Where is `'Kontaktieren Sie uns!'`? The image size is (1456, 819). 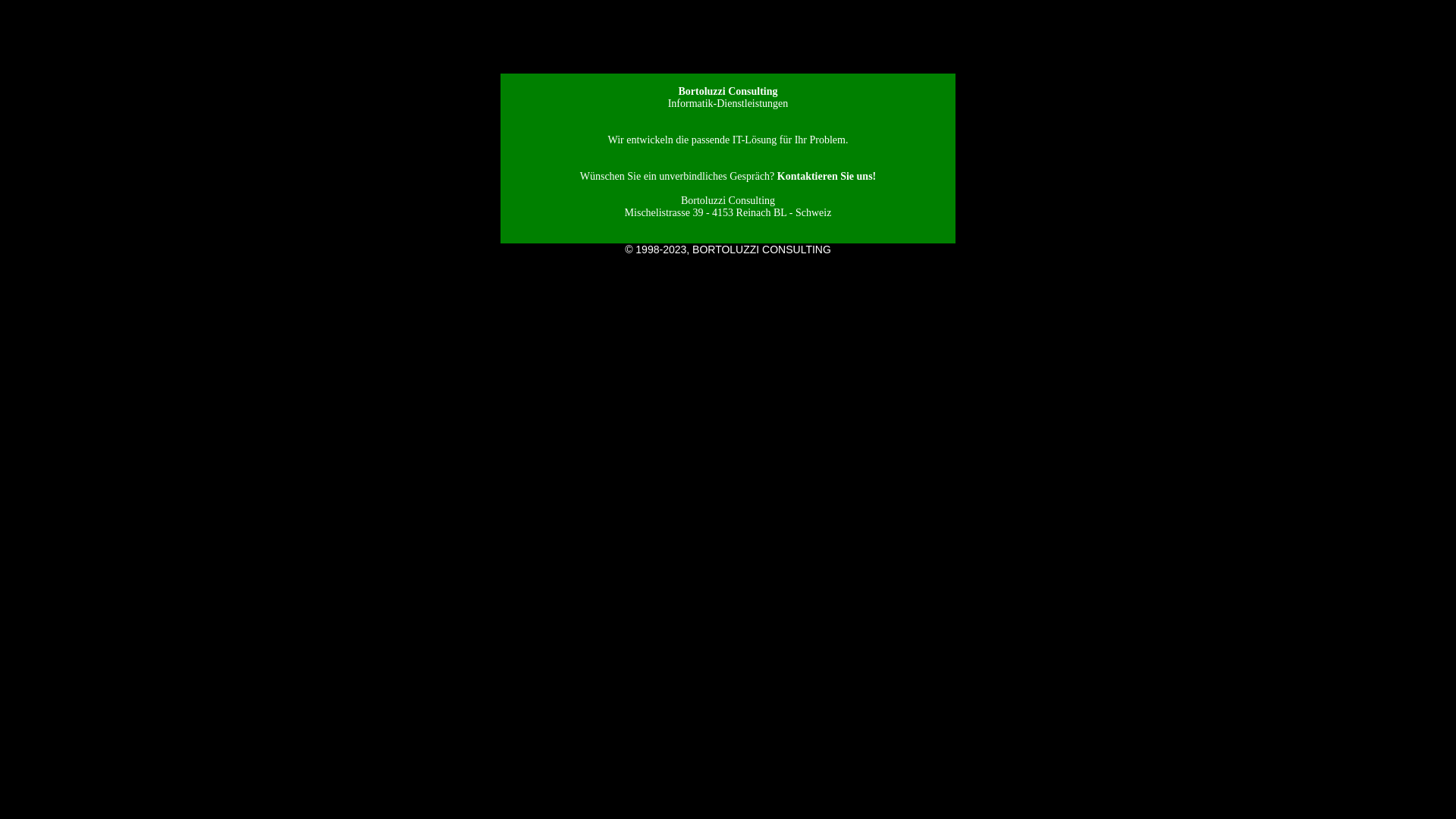 'Kontaktieren Sie uns!' is located at coordinates (825, 175).